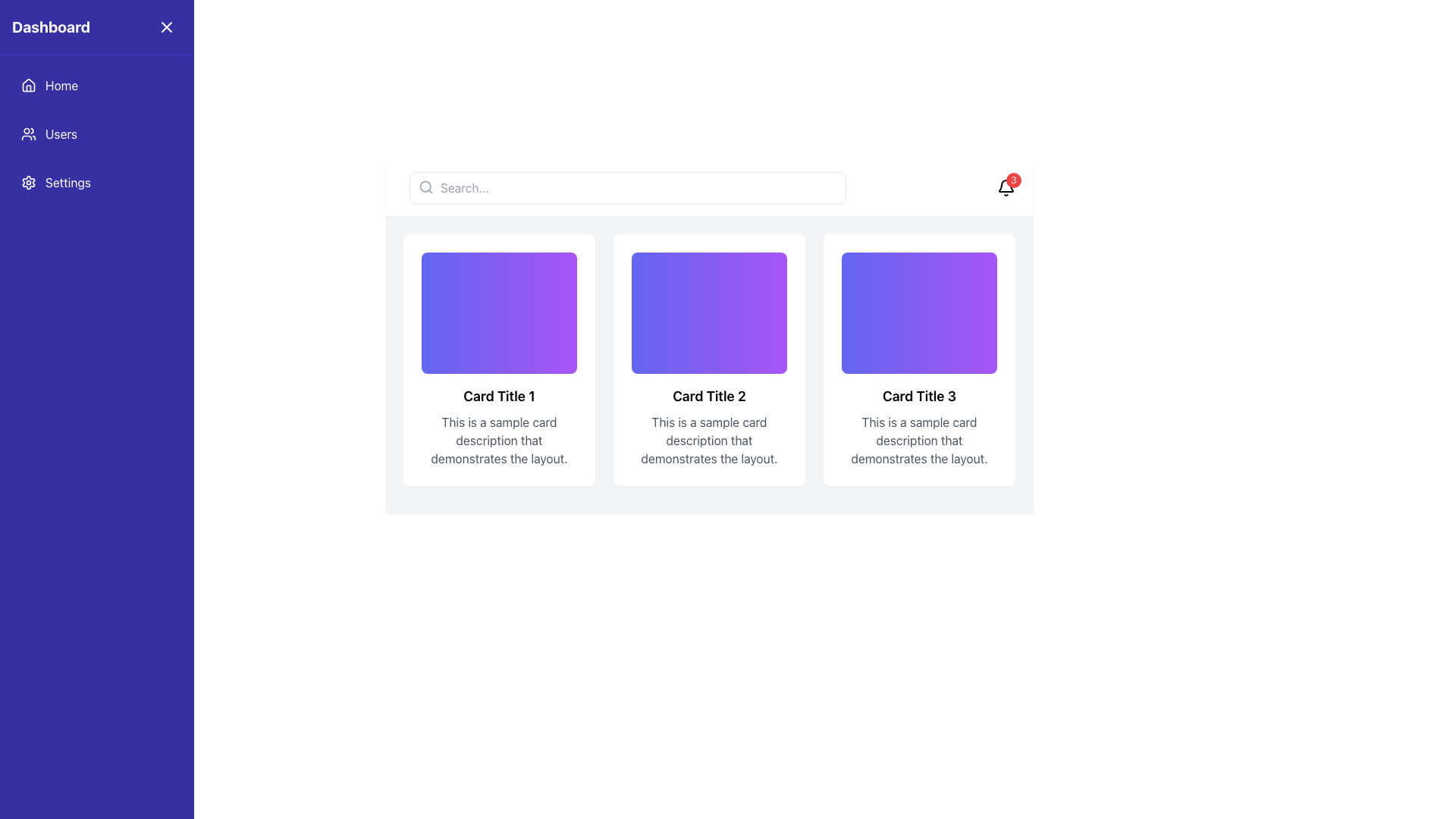  What do you see at coordinates (499, 359) in the screenshot?
I see `the first card` at bounding box center [499, 359].